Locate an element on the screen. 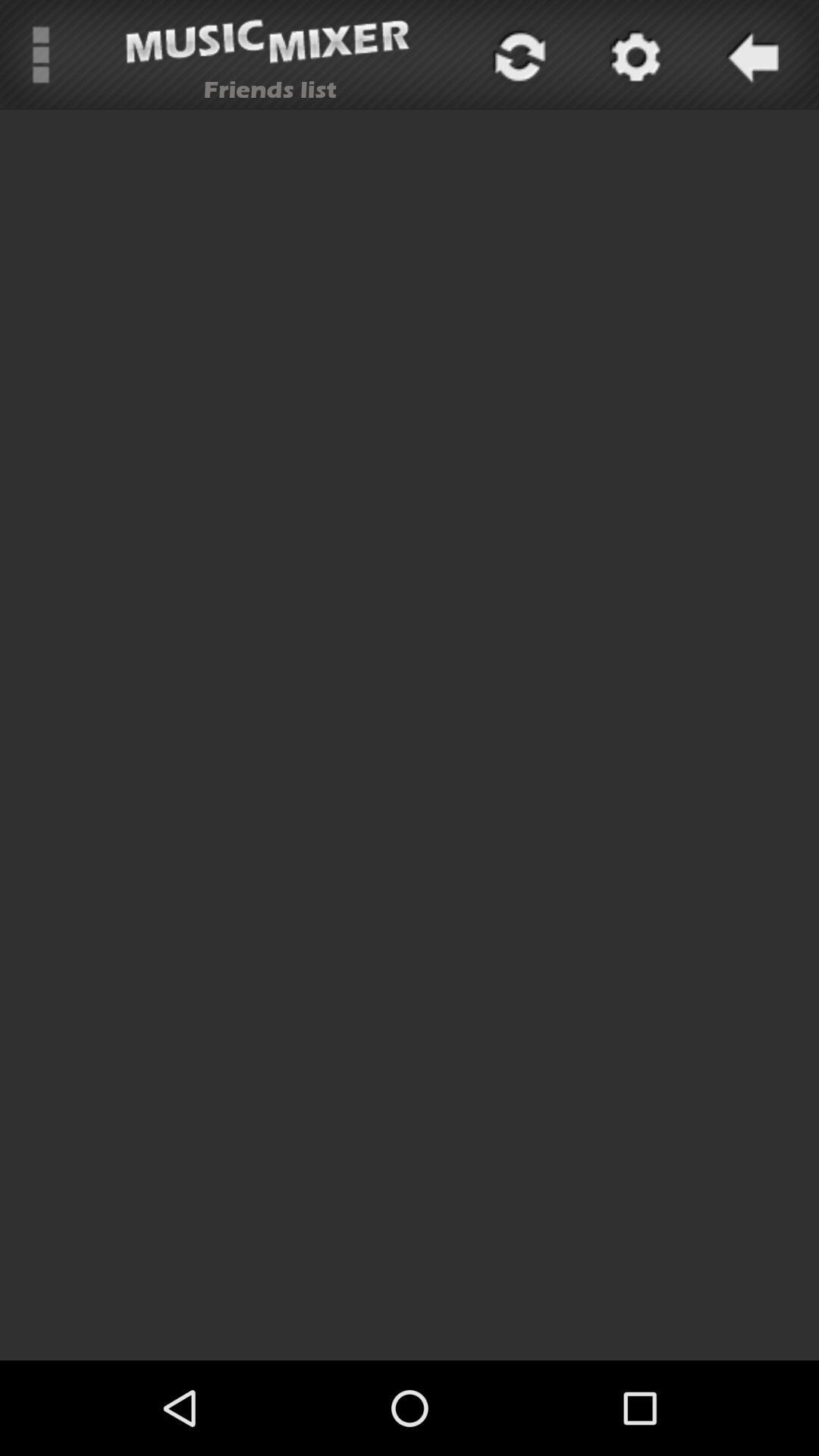 This screenshot has width=819, height=1456. refresh is located at coordinates (516, 55).